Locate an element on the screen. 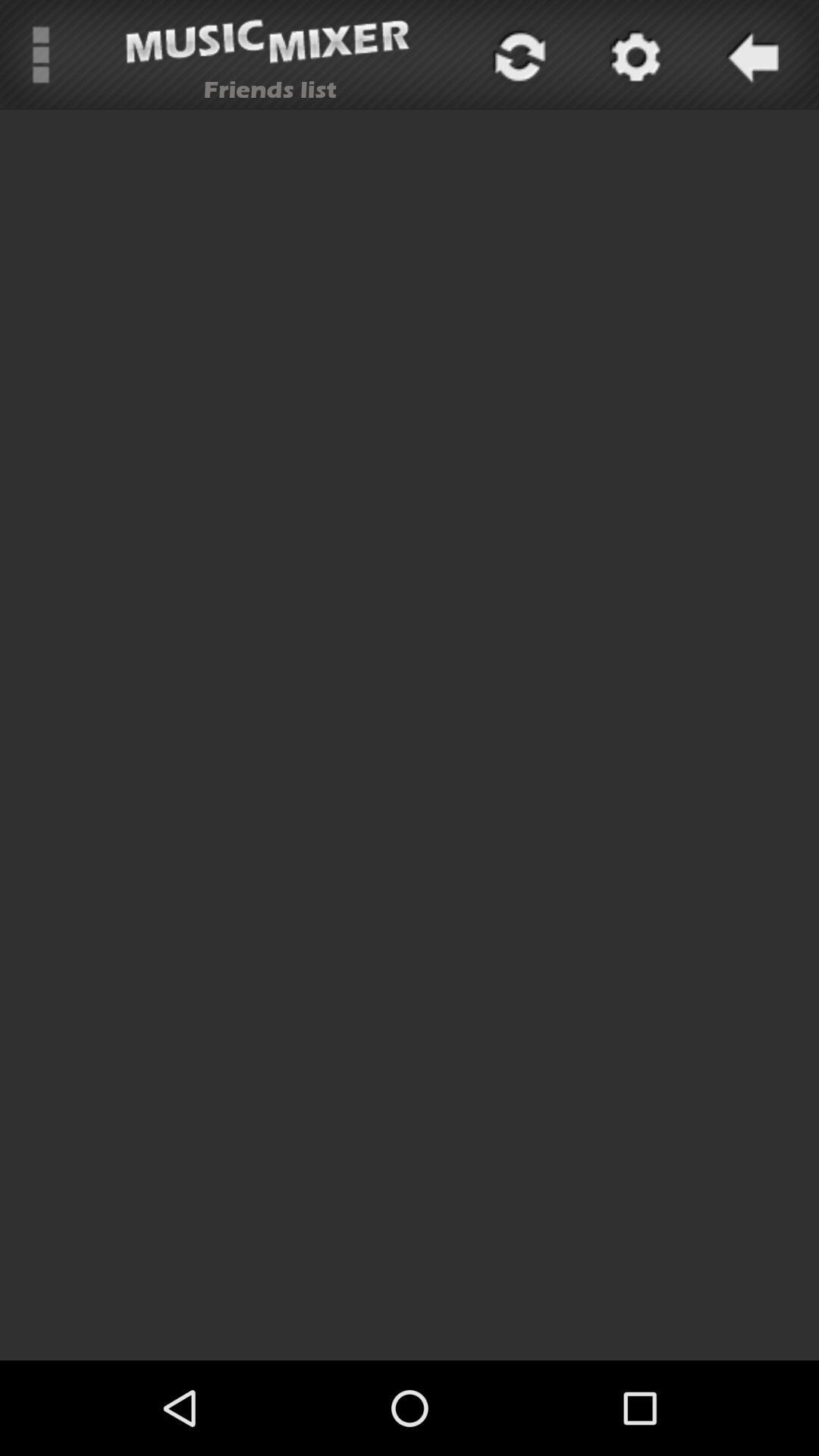 This screenshot has width=819, height=1456. refresh is located at coordinates (516, 55).